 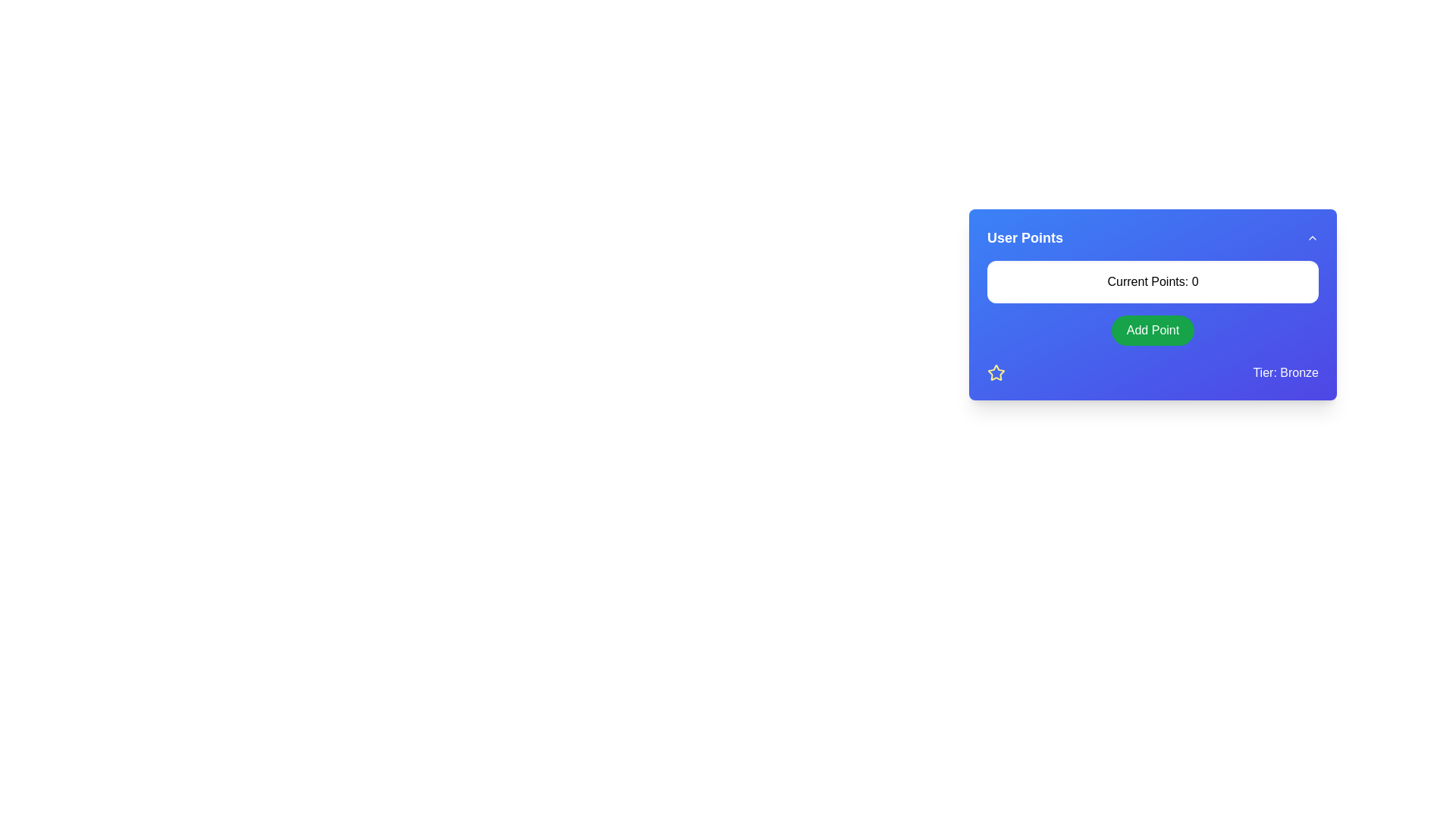 I want to click on the text label displaying 'Tier: Bronze', which is styled with a medium-weight font in white color against a blue background, located at the bottom-right corner of the blue card interface, so click(x=1285, y=372).